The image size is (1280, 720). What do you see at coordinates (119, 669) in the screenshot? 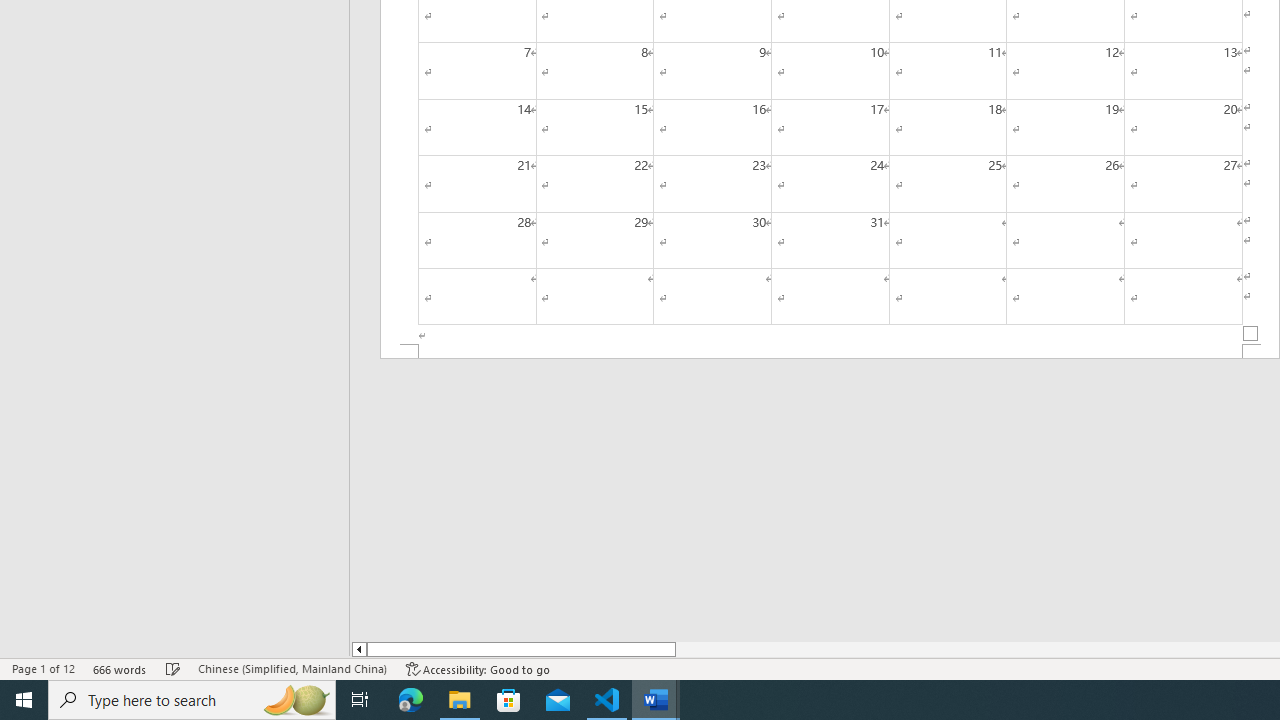
I see `'Word Count 666 words'` at bounding box center [119, 669].